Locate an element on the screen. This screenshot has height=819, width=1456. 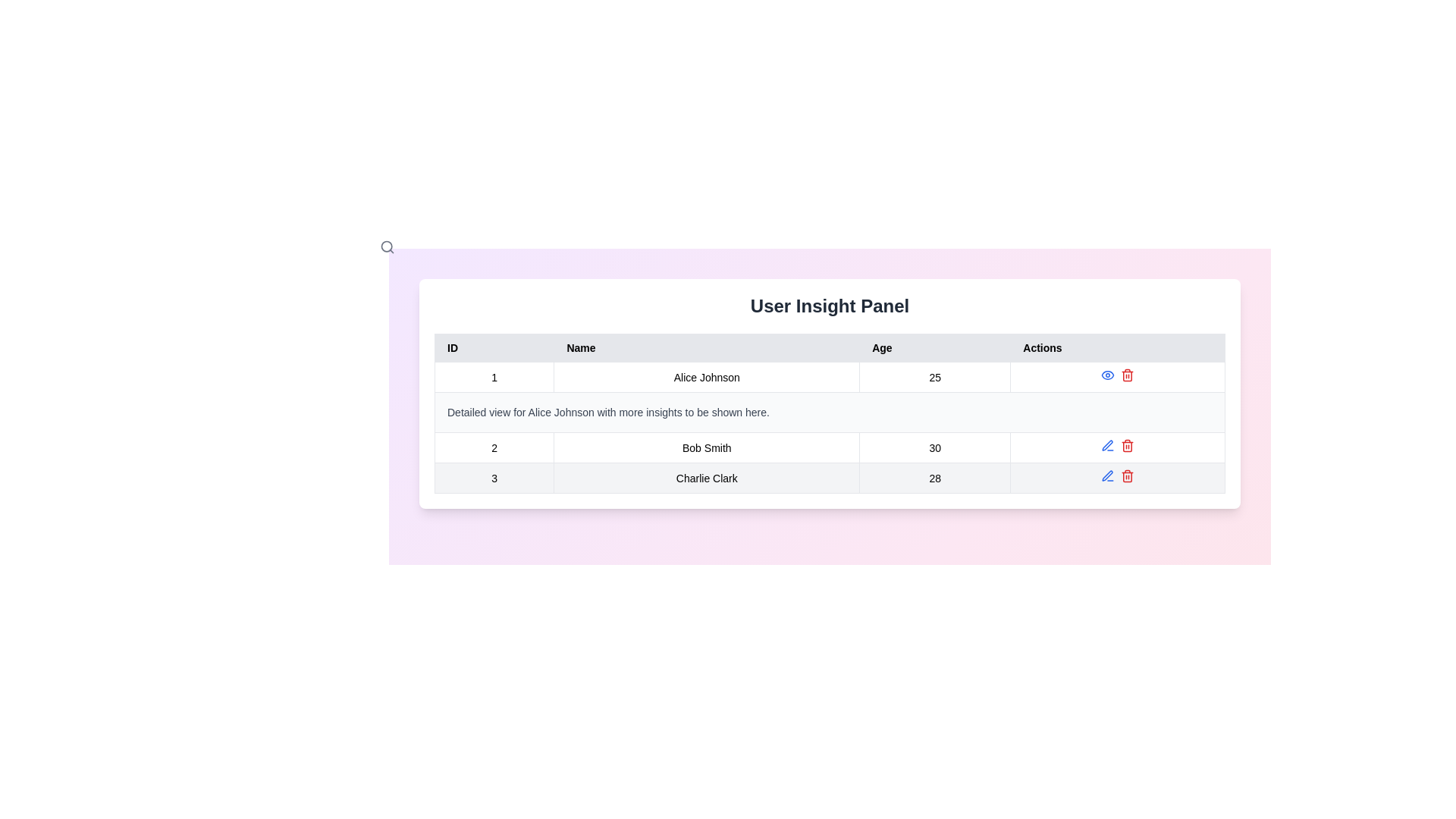
the delete button located in the topmost row of the table under the 'Actions' column is located at coordinates (1128, 375).